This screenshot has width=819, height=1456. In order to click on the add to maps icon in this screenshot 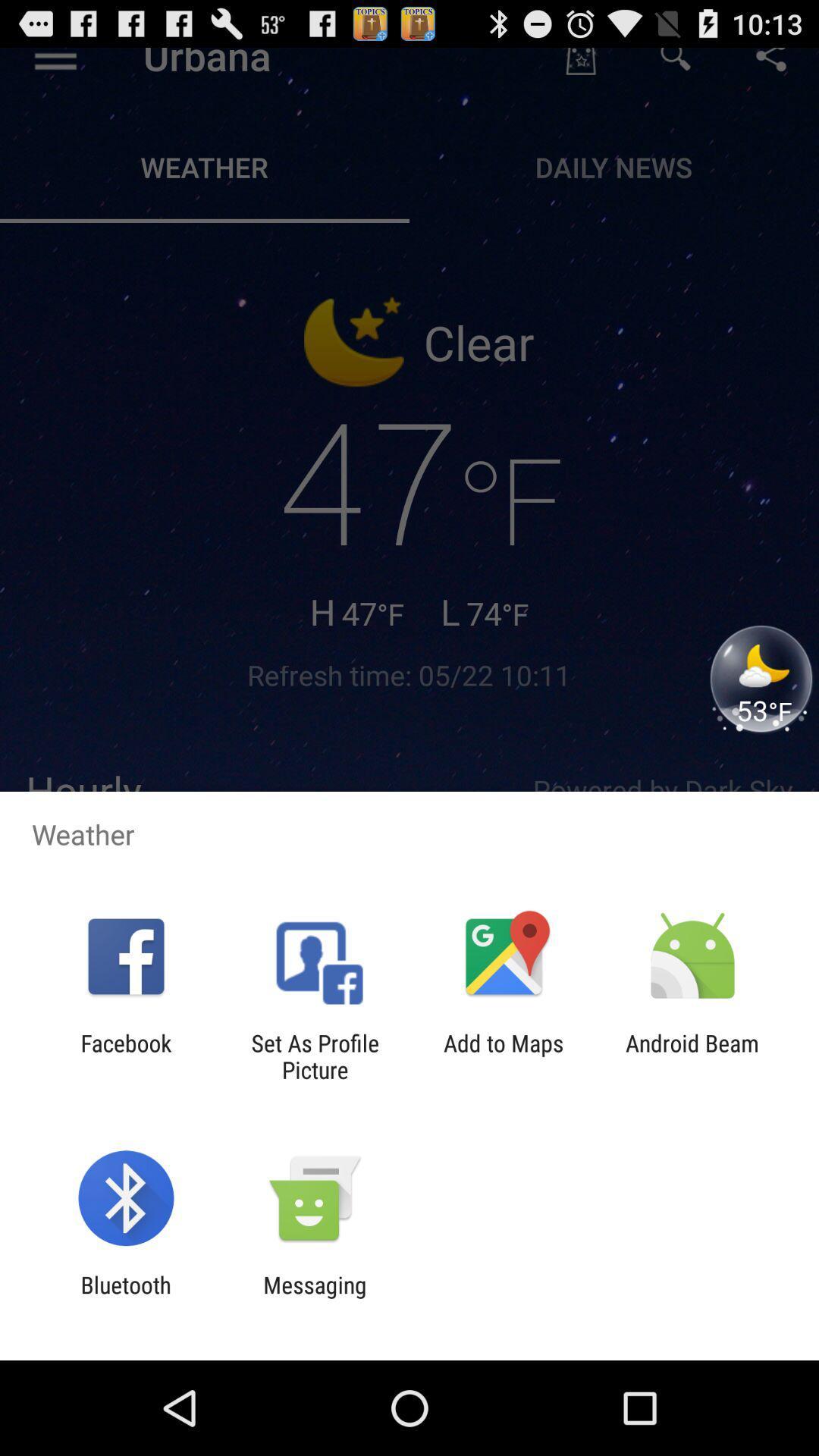, I will do `click(504, 1056)`.